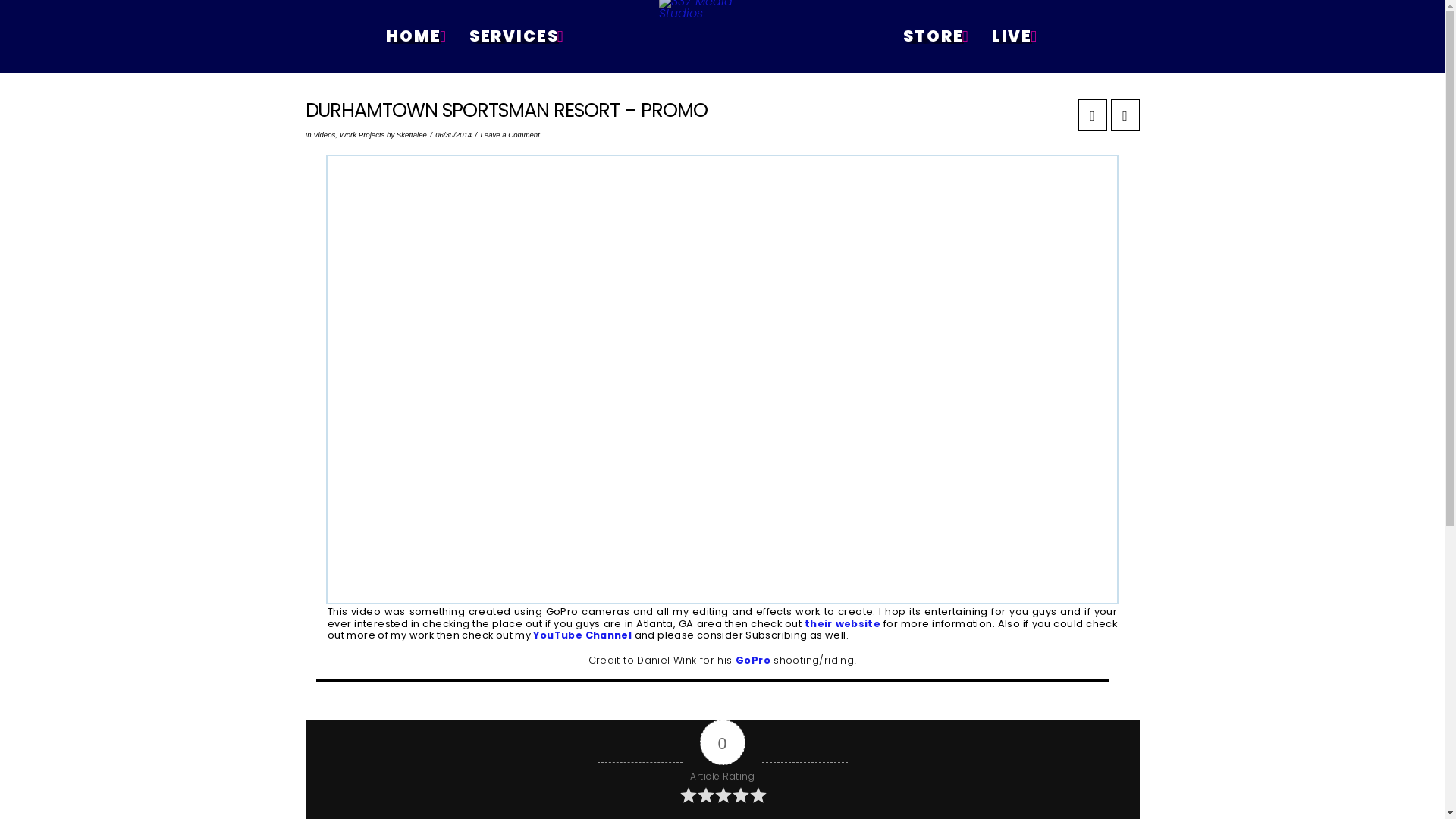 Image resolution: width=1456 pixels, height=819 pixels. What do you see at coordinates (479, 133) in the screenshot?
I see `'Leave a Comment'` at bounding box center [479, 133].